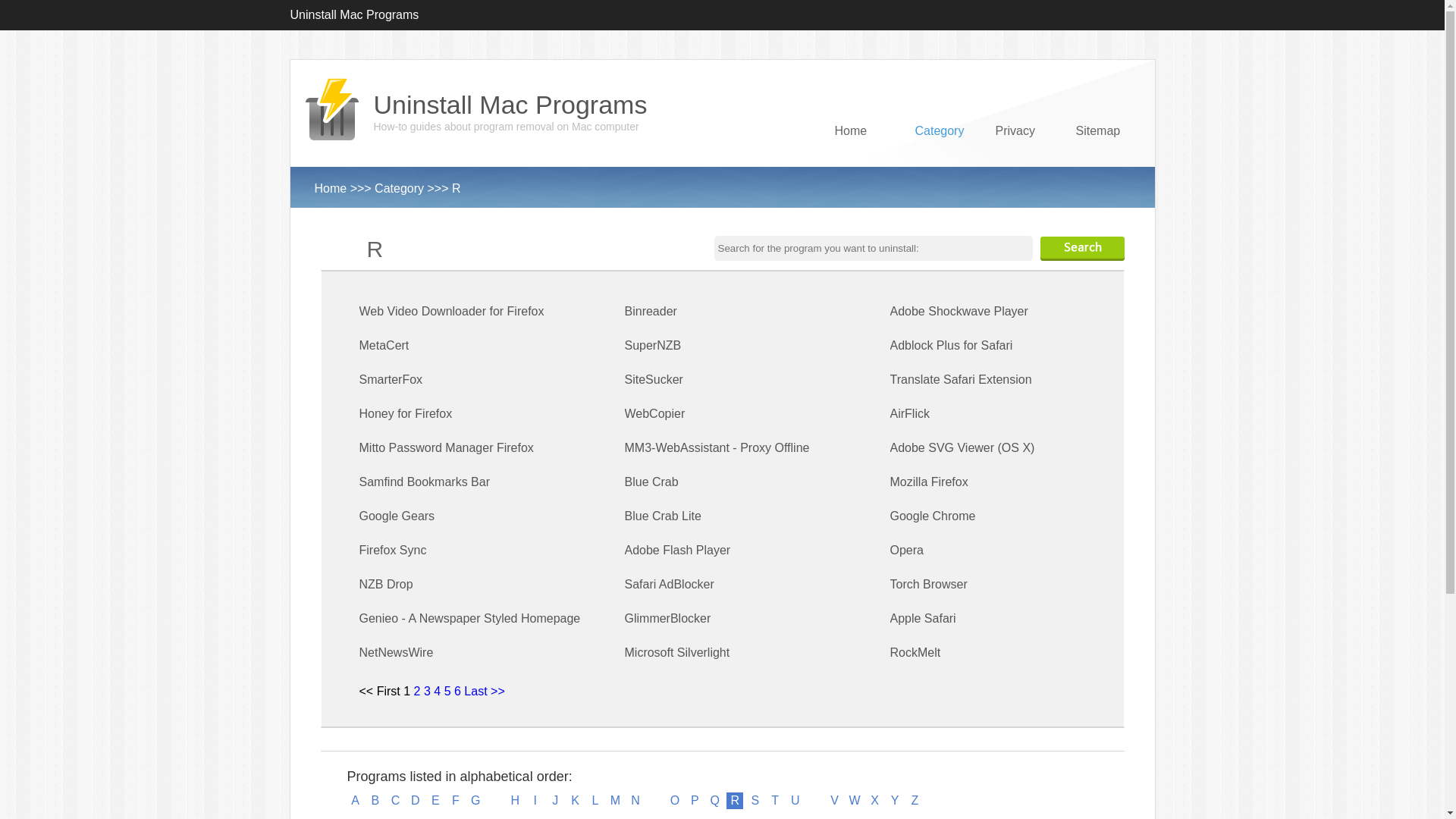  I want to click on 'Last >>', so click(483, 691).